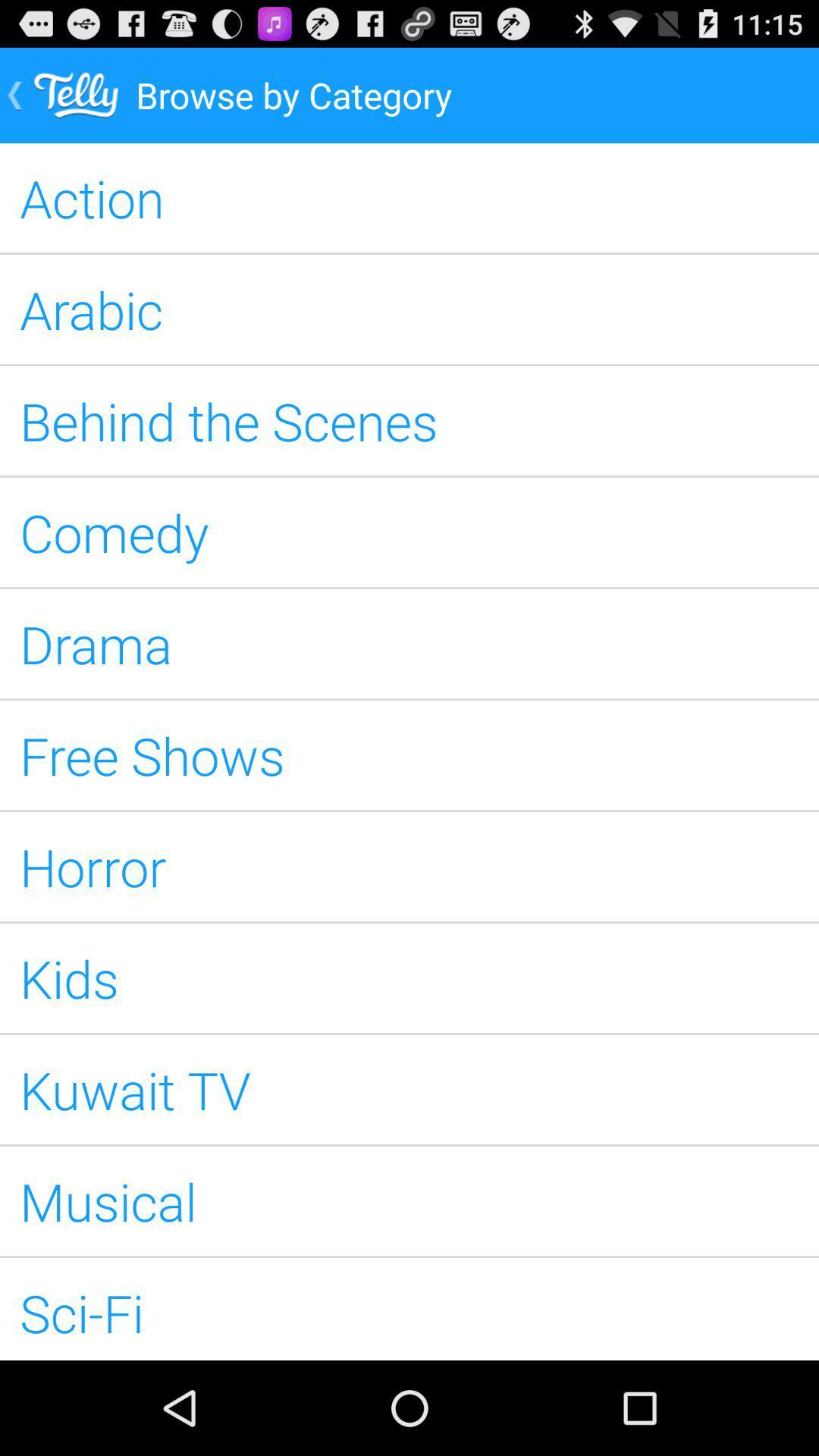 The width and height of the screenshot is (819, 1456). I want to click on icon below musical app, so click(409, 1308).